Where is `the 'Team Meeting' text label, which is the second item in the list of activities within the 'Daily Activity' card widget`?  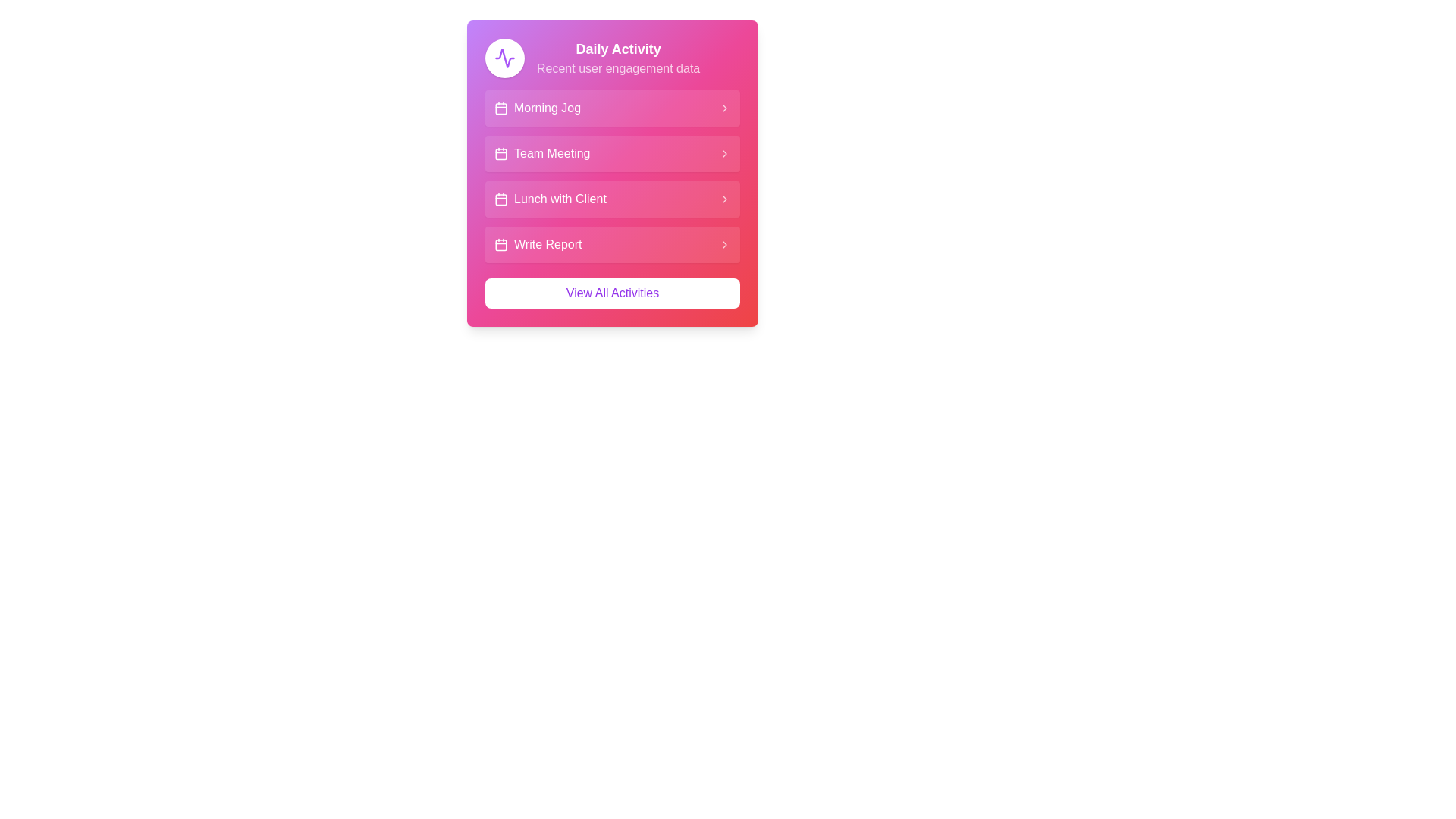
the 'Team Meeting' text label, which is the second item in the list of activities within the 'Daily Activity' card widget is located at coordinates (551, 154).